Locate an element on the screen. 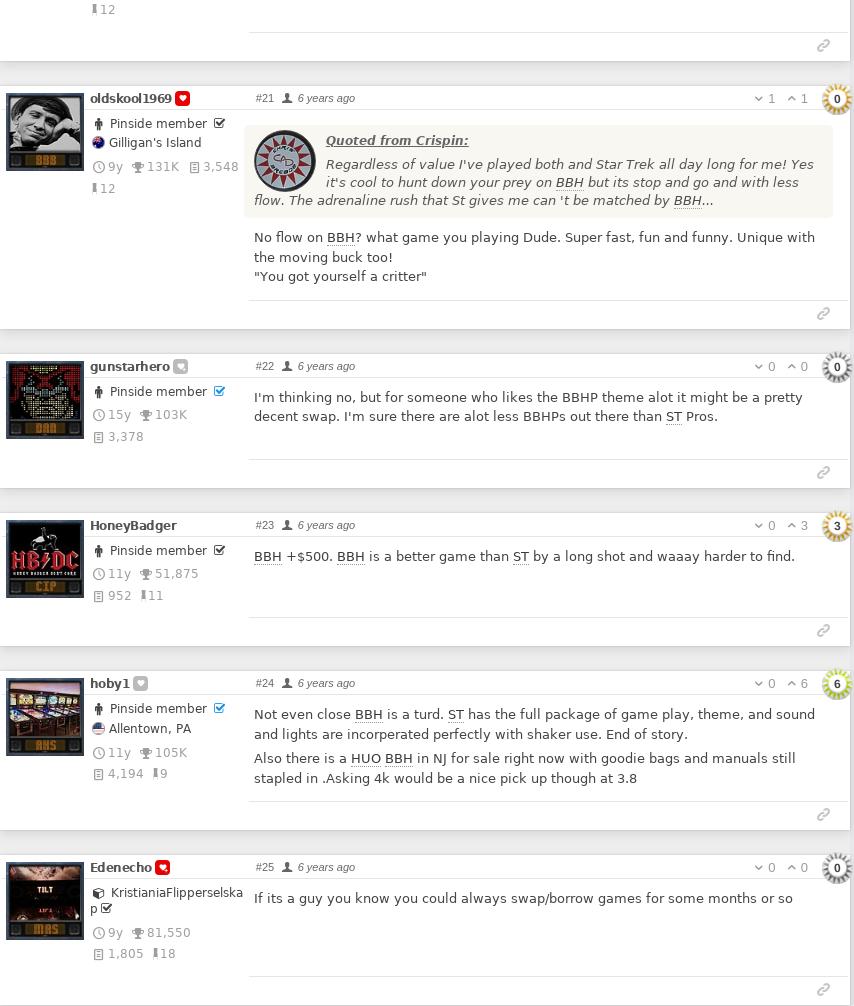 The image size is (854, 1006). '#24' is located at coordinates (263, 682).